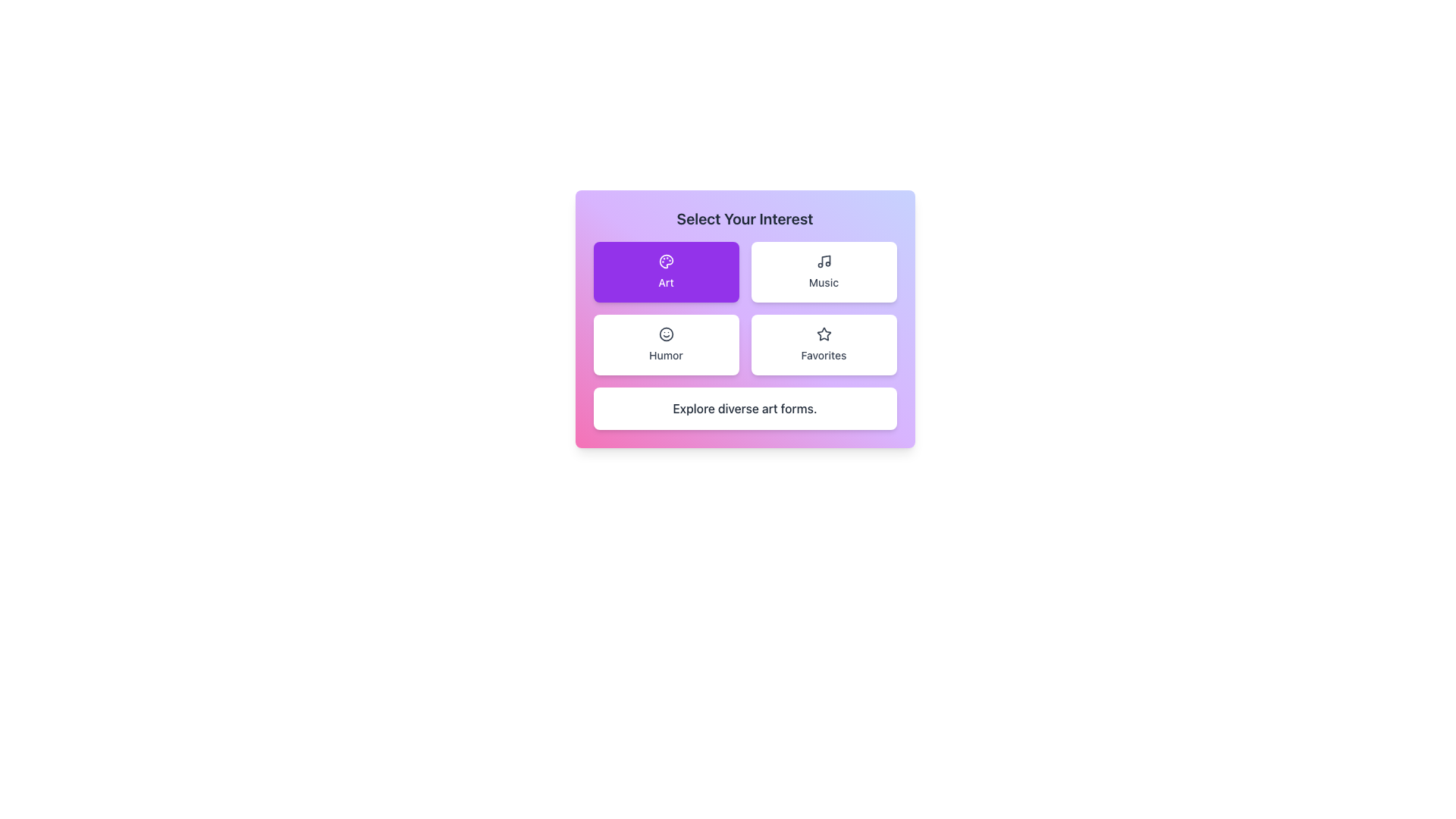  Describe the element at coordinates (666, 345) in the screenshot. I see `the 'Humor' category button located in the second row and first column of the grid layout` at that location.